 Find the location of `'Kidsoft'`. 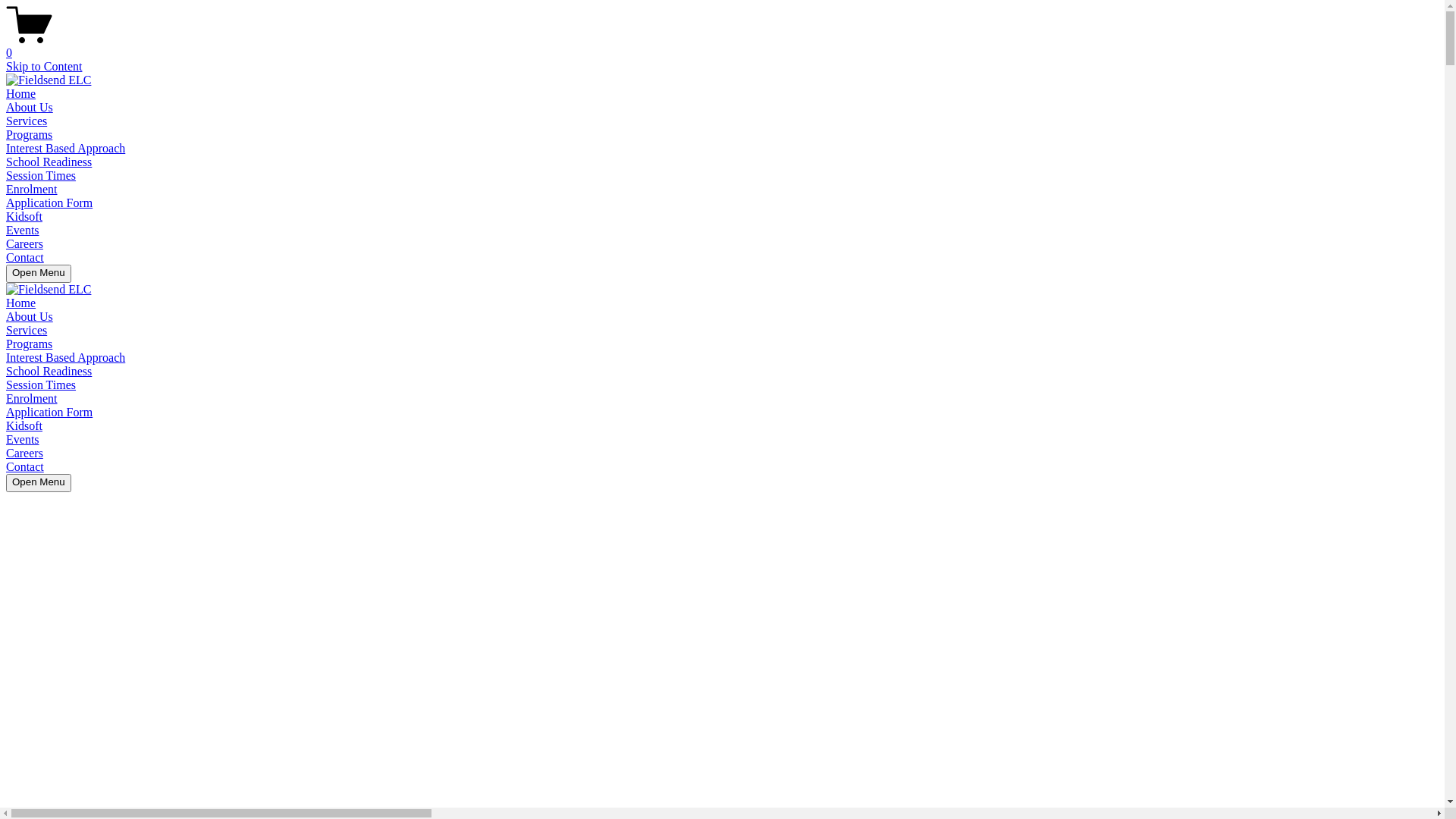

'Kidsoft' is located at coordinates (24, 216).